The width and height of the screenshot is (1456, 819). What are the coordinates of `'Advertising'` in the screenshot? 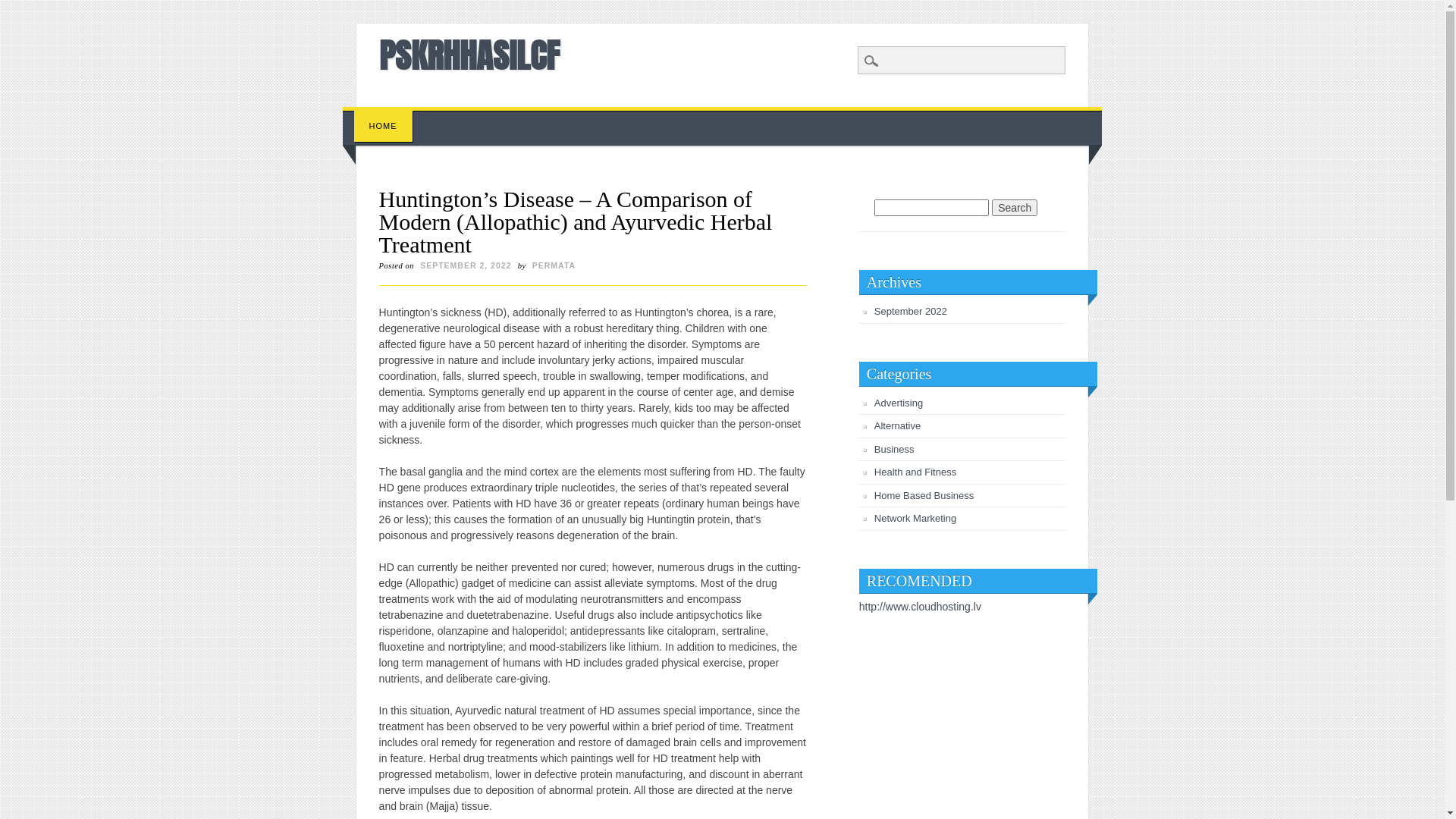 It's located at (899, 402).